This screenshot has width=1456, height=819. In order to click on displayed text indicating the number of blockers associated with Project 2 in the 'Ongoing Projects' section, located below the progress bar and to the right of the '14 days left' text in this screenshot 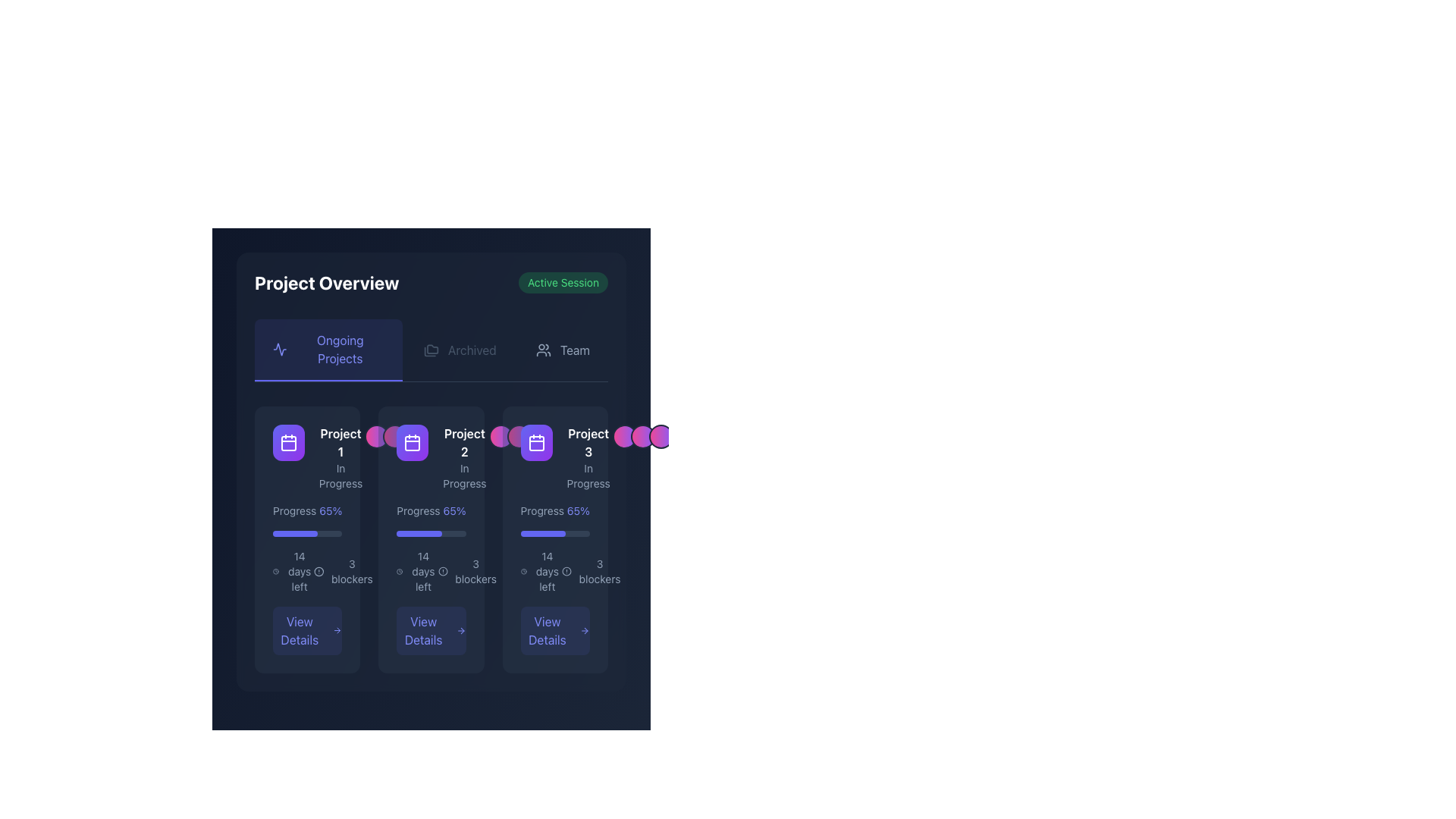, I will do `click(466, 571)`.